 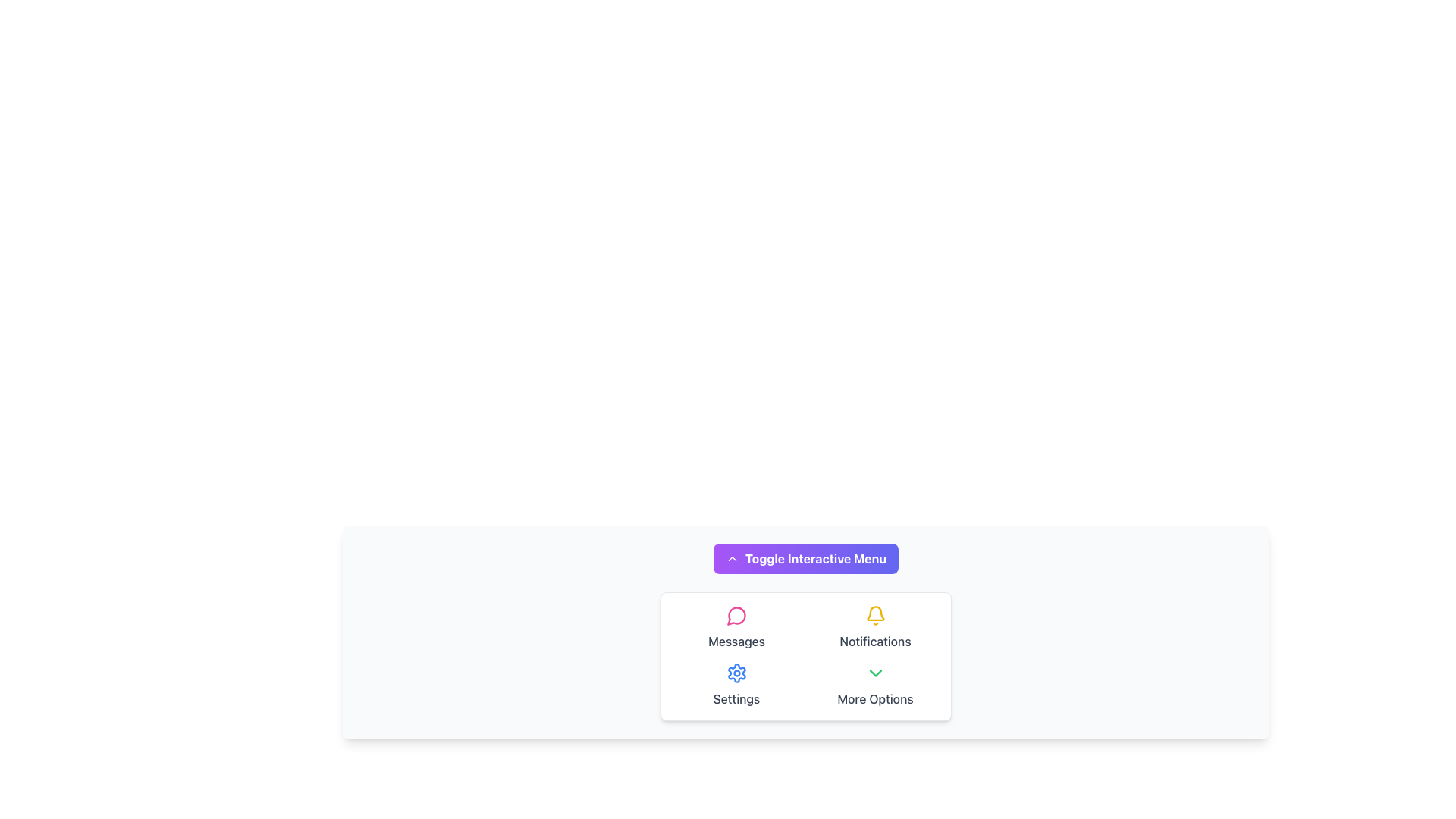 I want to click on the chevron down icon in the bottom-right portion of the interface, so click(x=875, y=672).